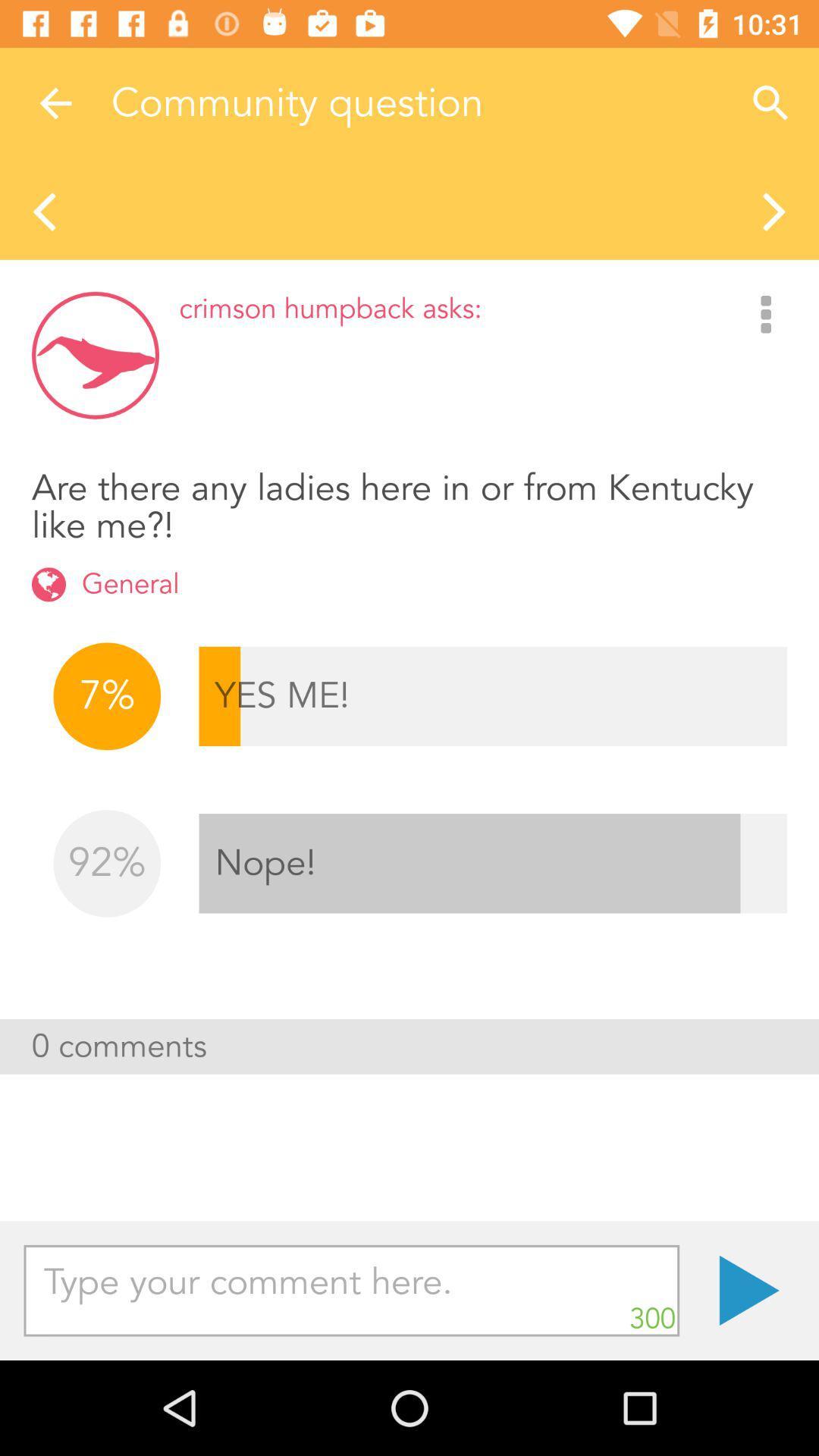  What do you see at coordinates (55, 102) in the screenshot?
I see `the item next to the community question item` at bounding box center [55, 102].